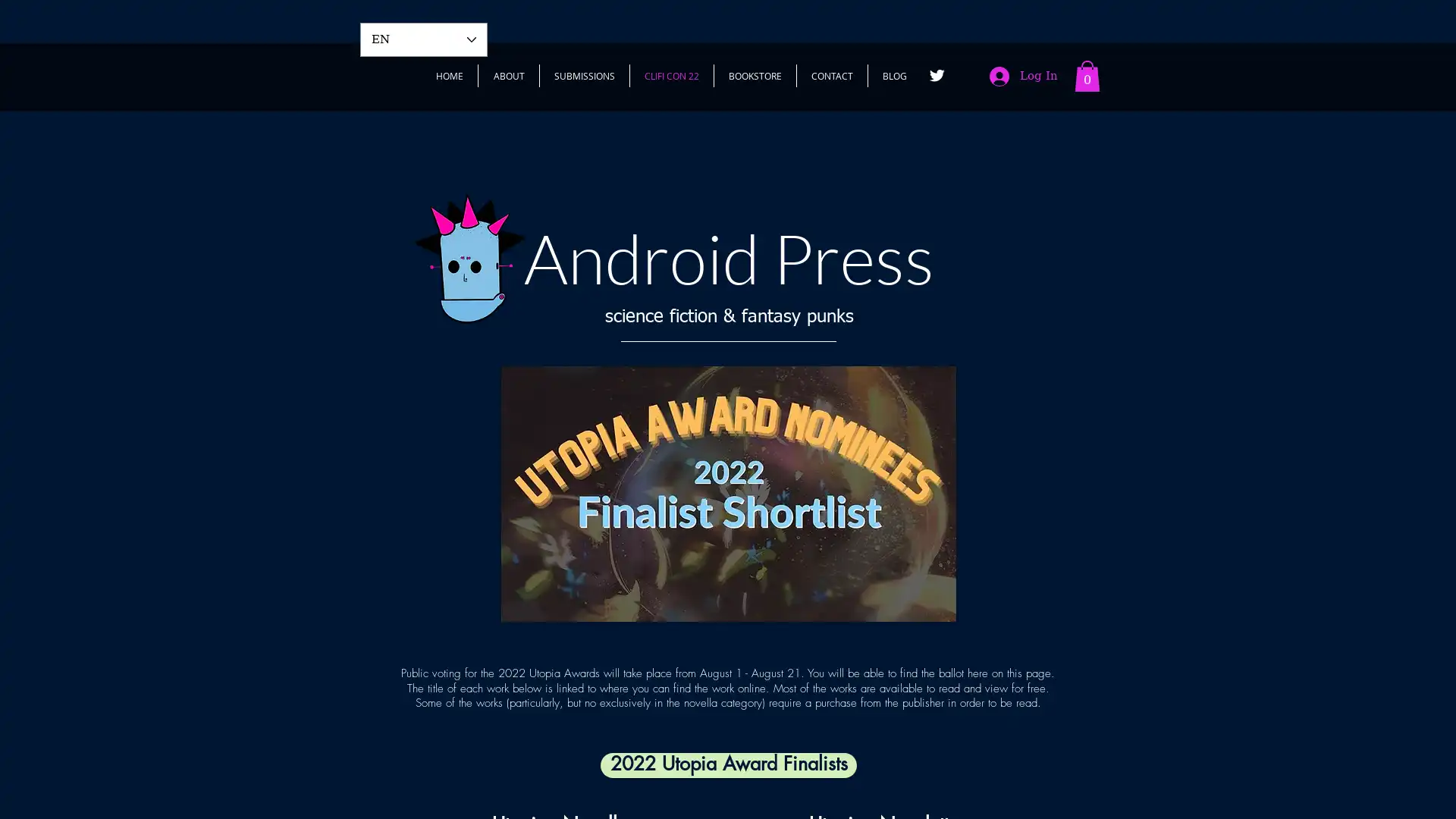 This screenshot has width=1456, height=819. Describe the element at coordinates (1087, 76) in the screenshot. I see `Cart with 0 items` at that location.